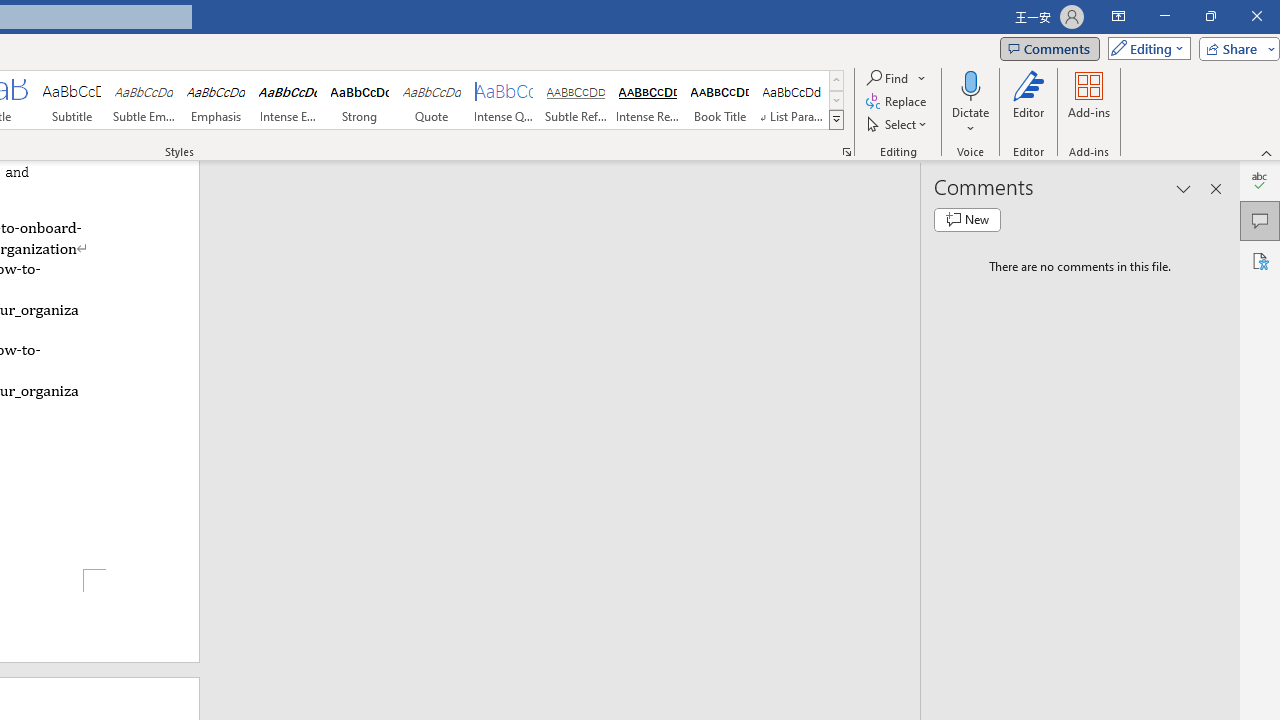  I want to click on 'Intense Quote', so click(504, 100).